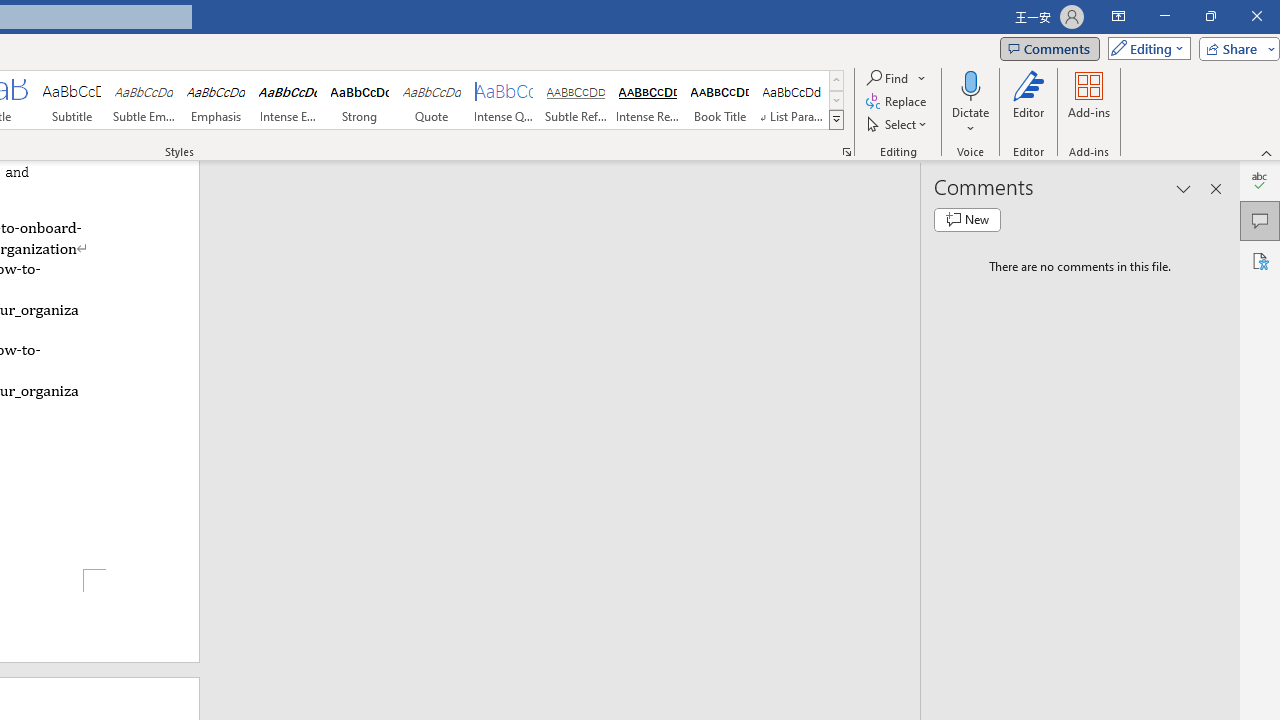  I want to click on 'Intense Quote', so click(504, 100).